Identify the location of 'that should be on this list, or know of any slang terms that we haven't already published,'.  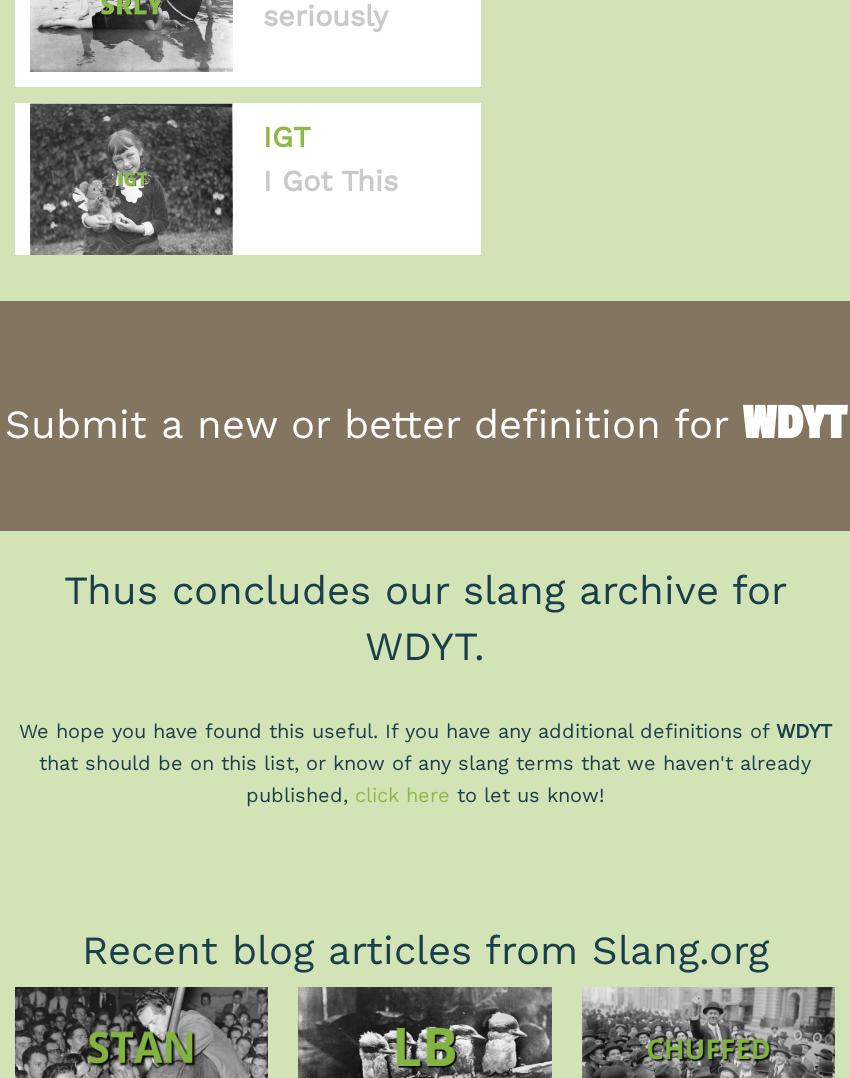
(425, 777).